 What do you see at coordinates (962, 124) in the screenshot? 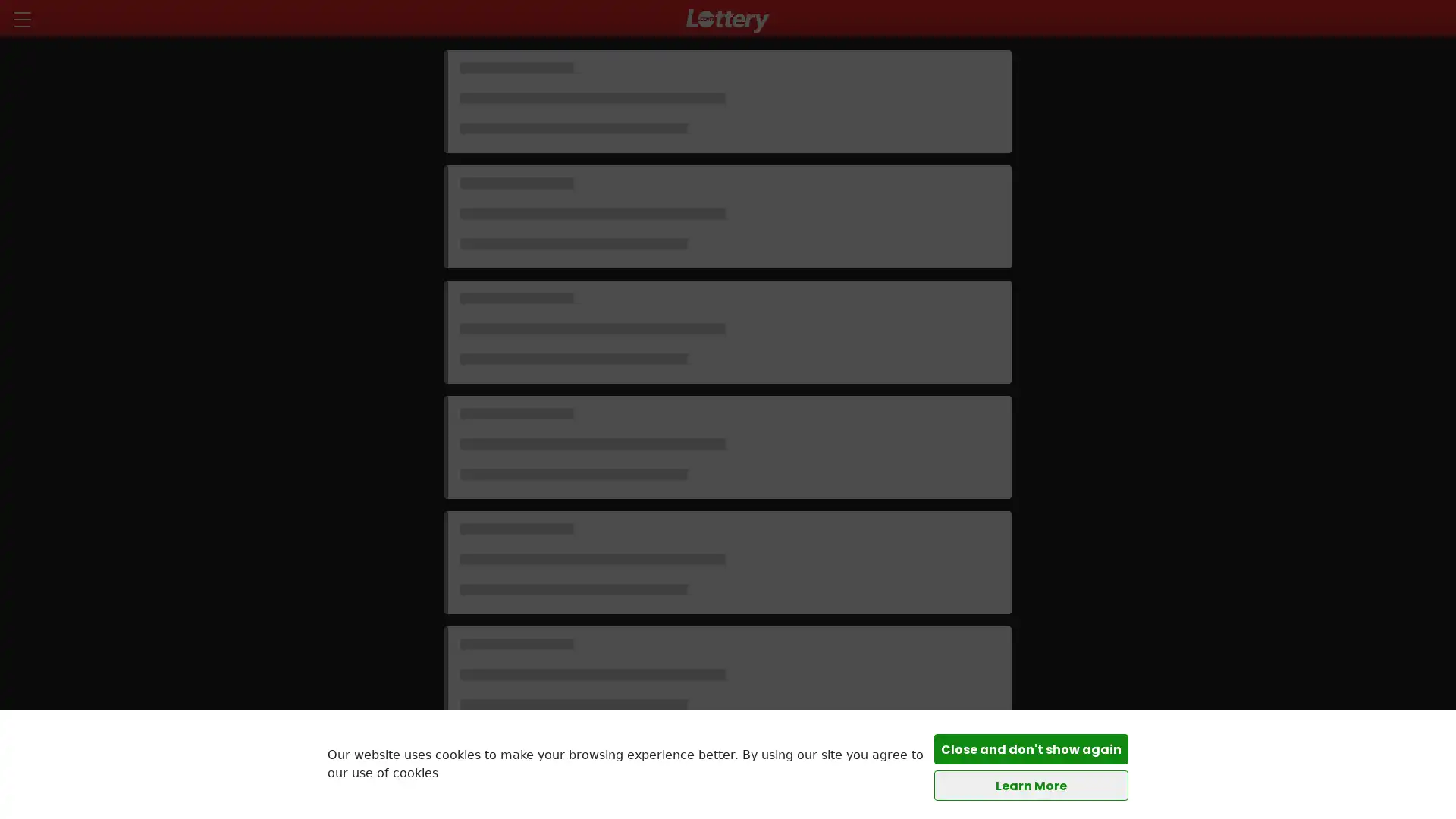
I see `$2.00` at bounding box center [962, 124].